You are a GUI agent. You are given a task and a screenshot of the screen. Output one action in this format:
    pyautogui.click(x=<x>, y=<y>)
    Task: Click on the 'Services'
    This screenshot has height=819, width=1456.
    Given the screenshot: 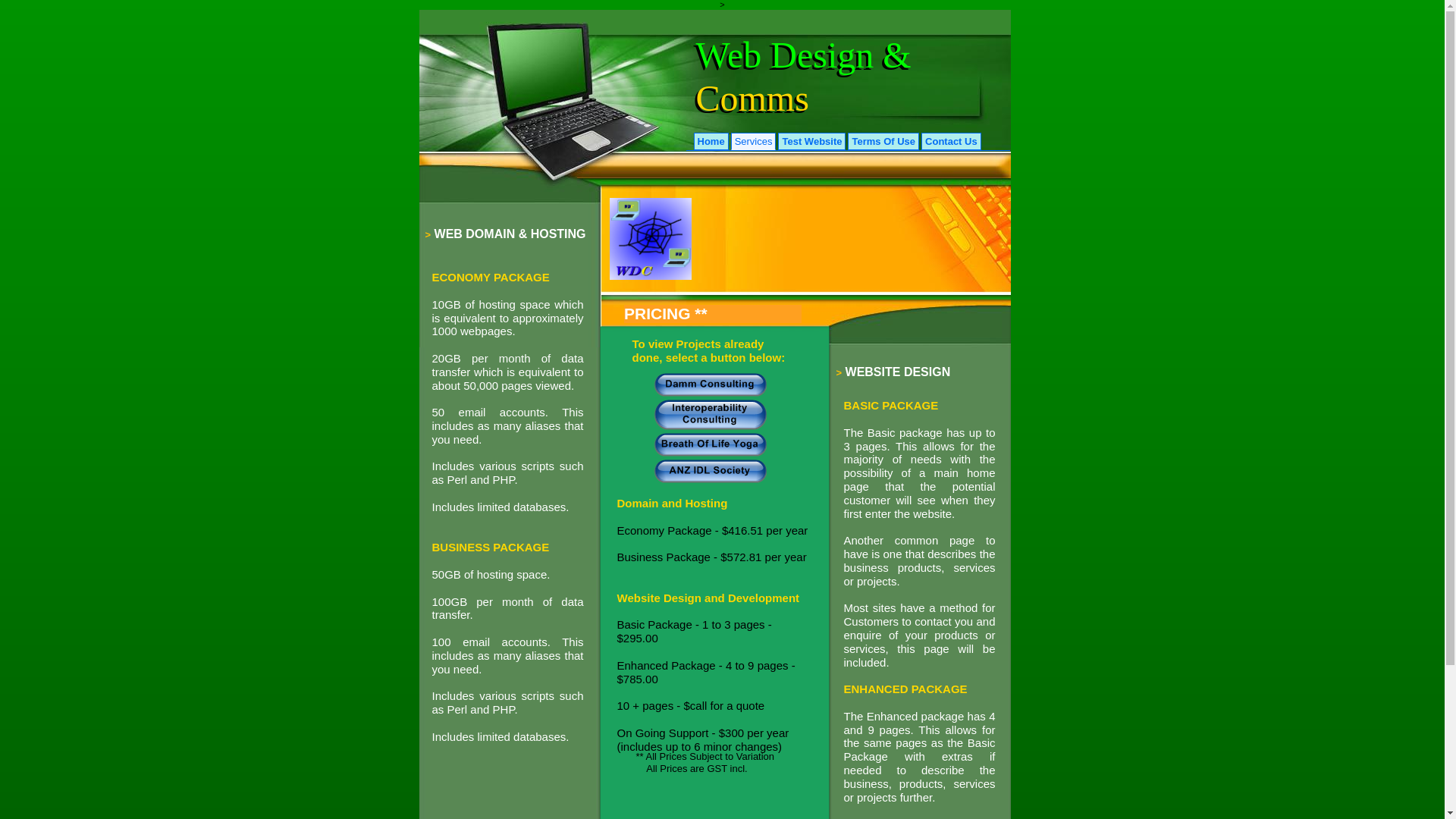 What is the action you would take?
    pyautogui.click(x=753, y=141)
    